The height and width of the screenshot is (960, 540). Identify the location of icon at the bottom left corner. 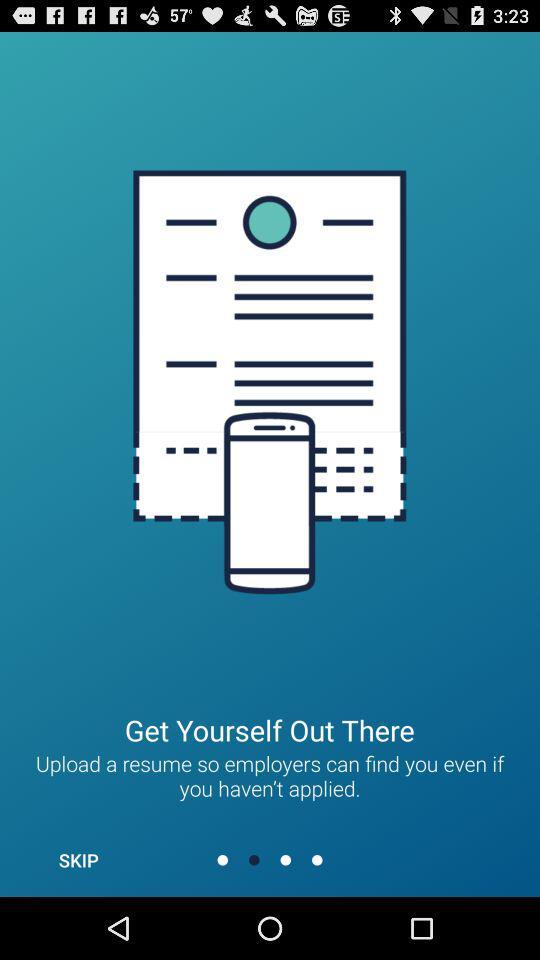
(77, 859).